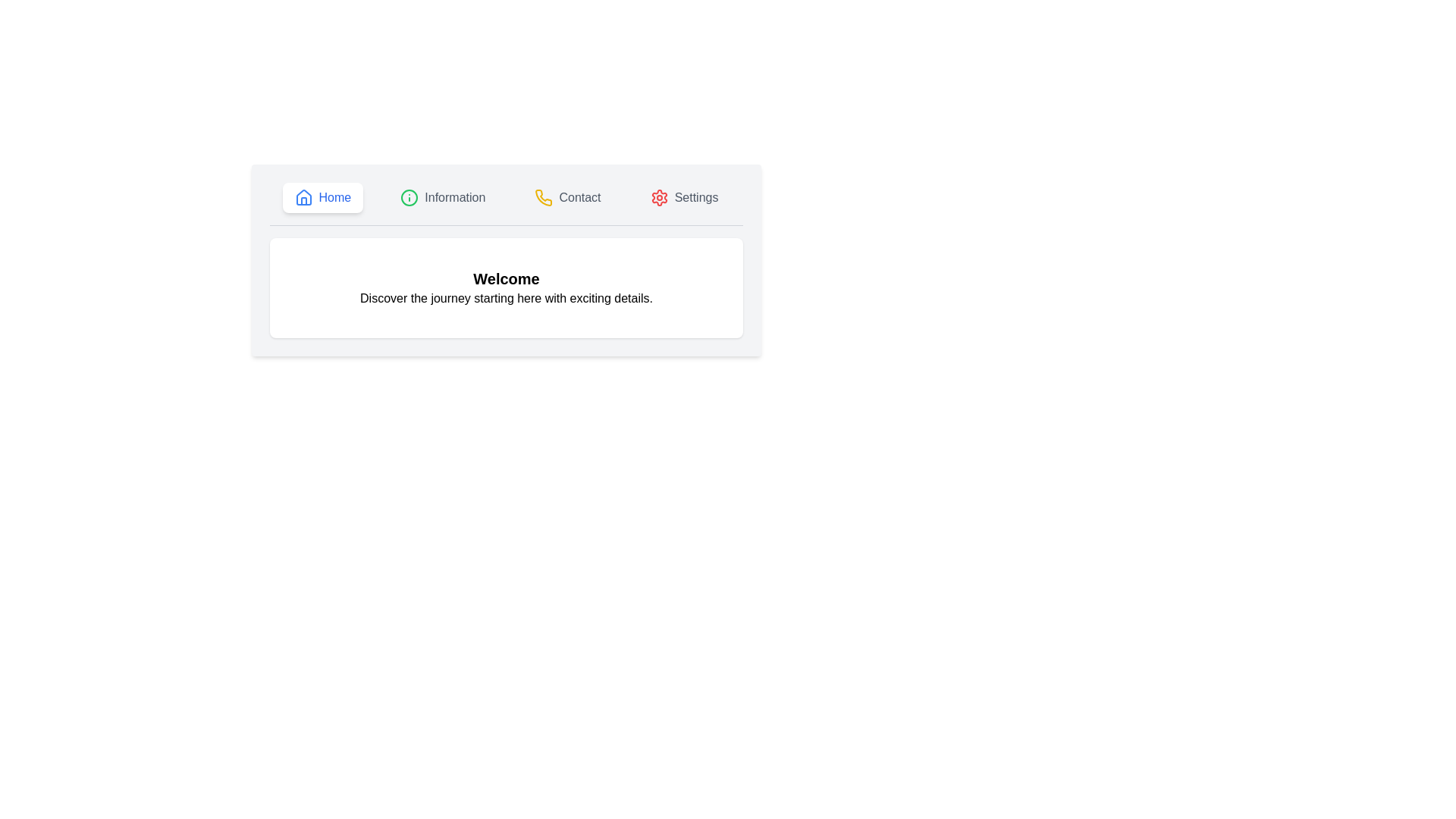  I want to click on the information icon located in the navigation bar, positioned between the 'Home' button and the text 'Information', so click(409, 197).